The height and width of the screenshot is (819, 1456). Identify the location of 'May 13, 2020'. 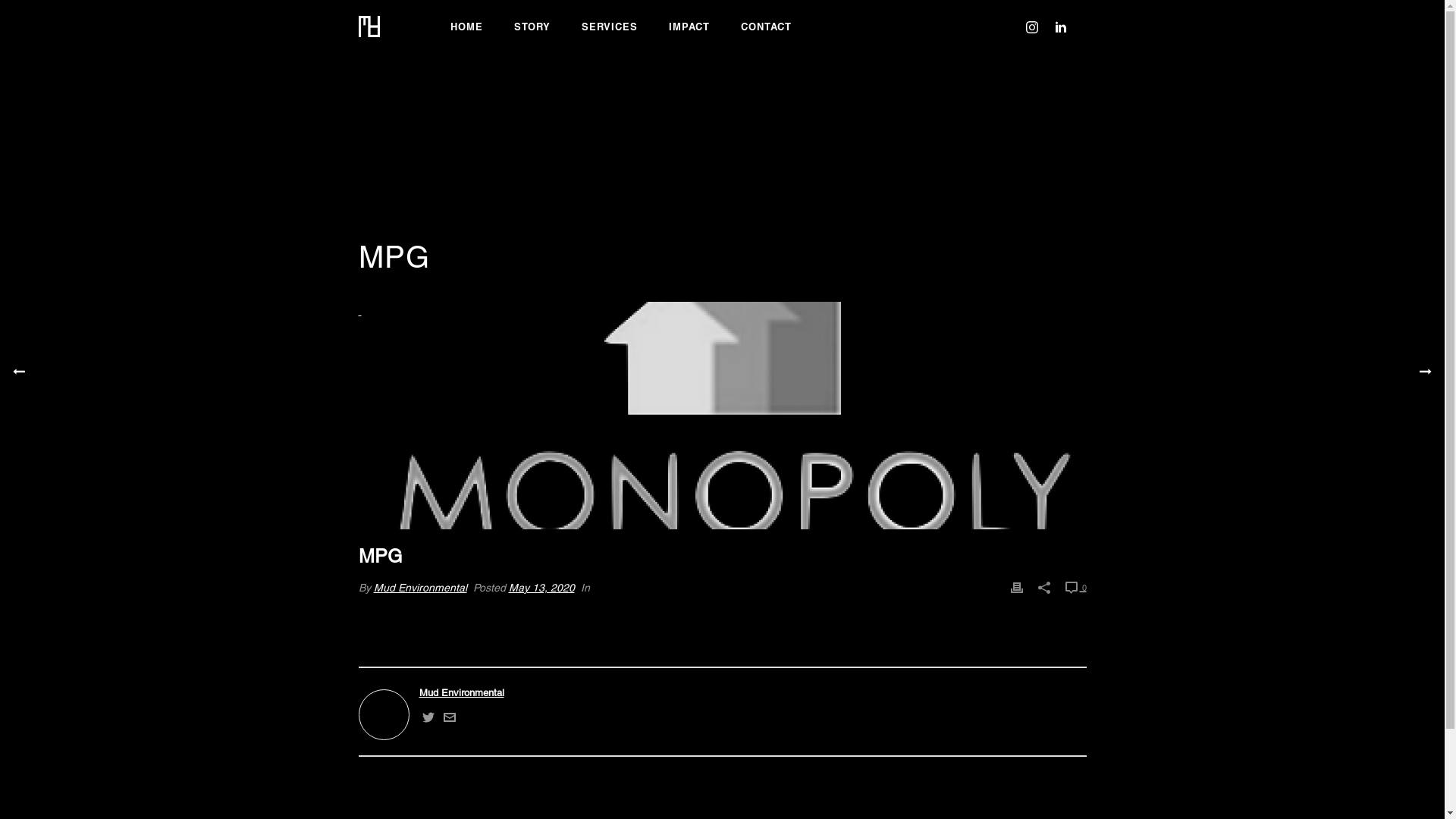
(541, 586).